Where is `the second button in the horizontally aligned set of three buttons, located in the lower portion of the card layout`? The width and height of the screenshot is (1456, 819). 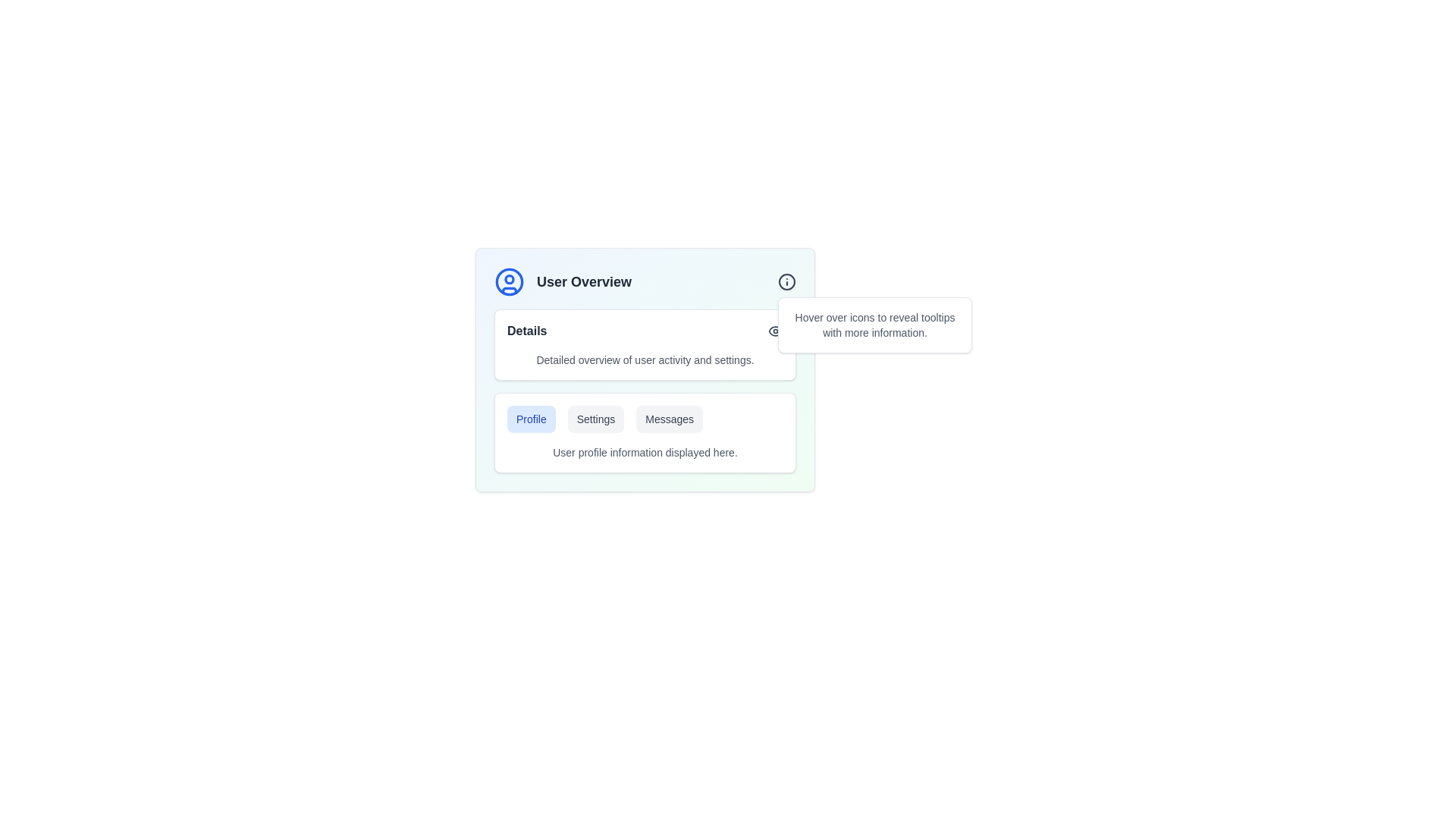
the second button in the horizontally aligned set of three buttons, located in the lower portion of the card layout is located at coordinates (595, 419).